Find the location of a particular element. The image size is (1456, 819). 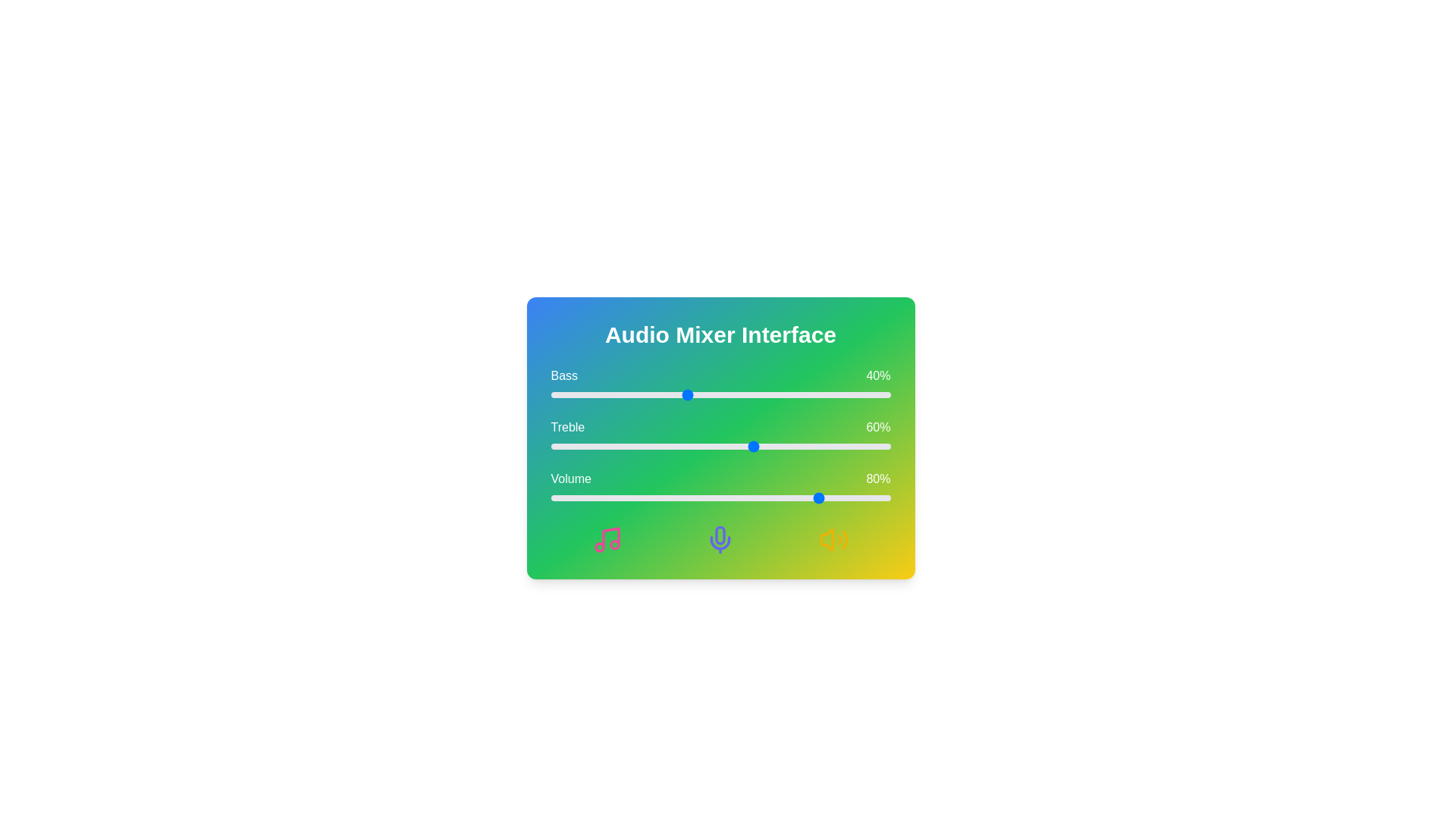

the volume icon is located at coordinates (833, 539).